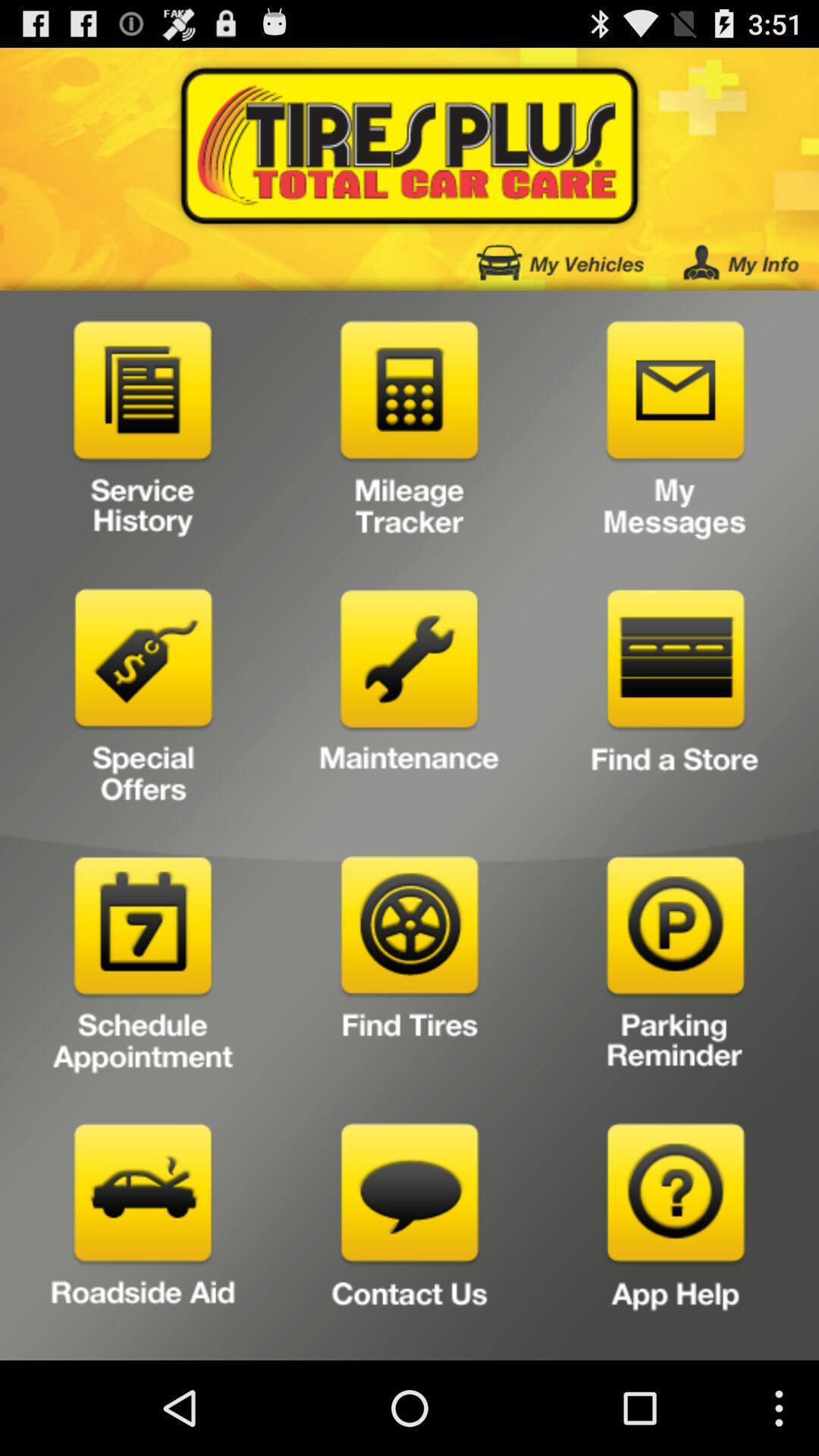  Describe the element at coordinates (143, 433) in the screenshot. I see `icon at the top left corner` at that location.